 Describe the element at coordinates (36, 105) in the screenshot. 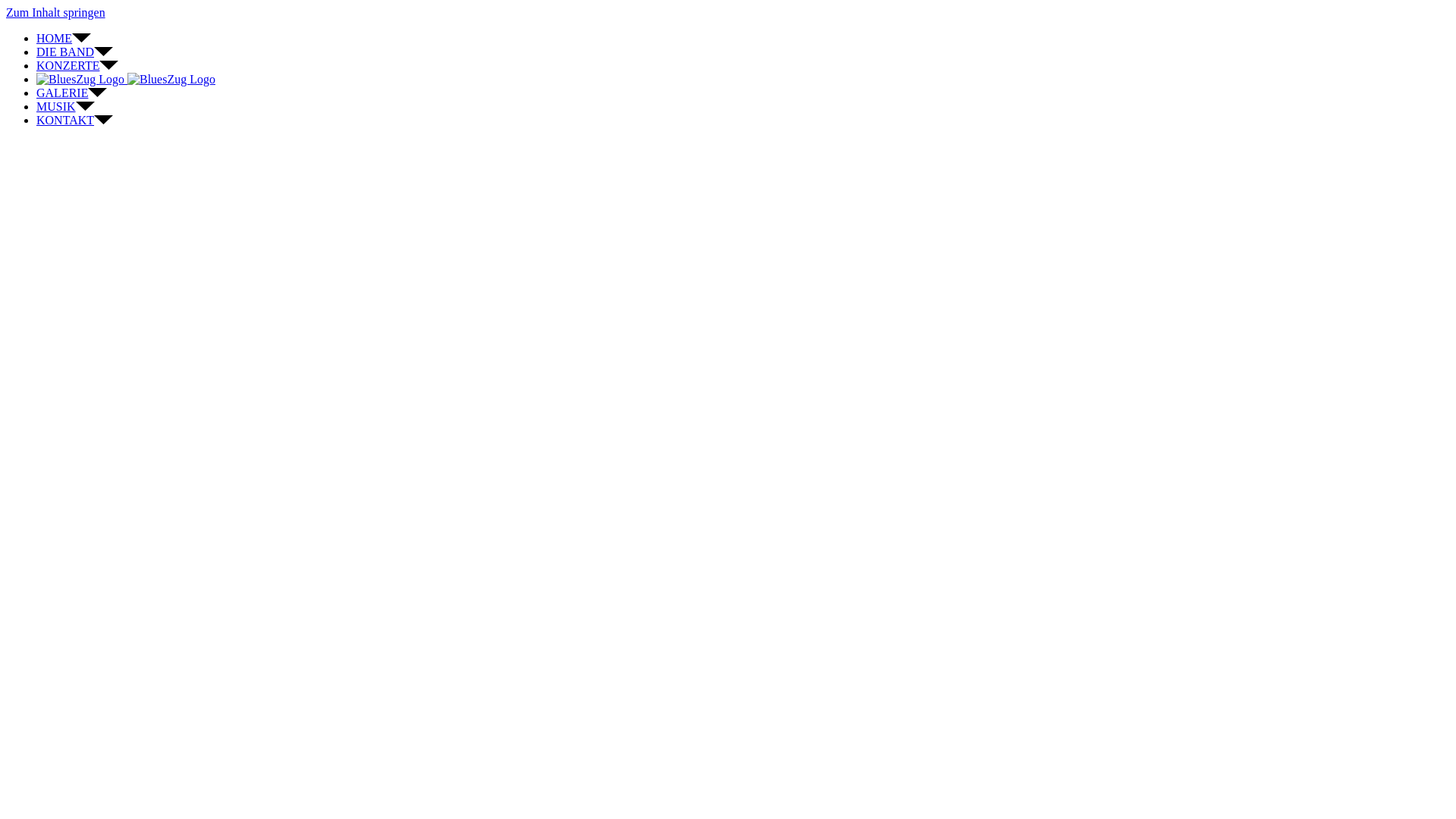

I see `'MUSIK'` at that location.